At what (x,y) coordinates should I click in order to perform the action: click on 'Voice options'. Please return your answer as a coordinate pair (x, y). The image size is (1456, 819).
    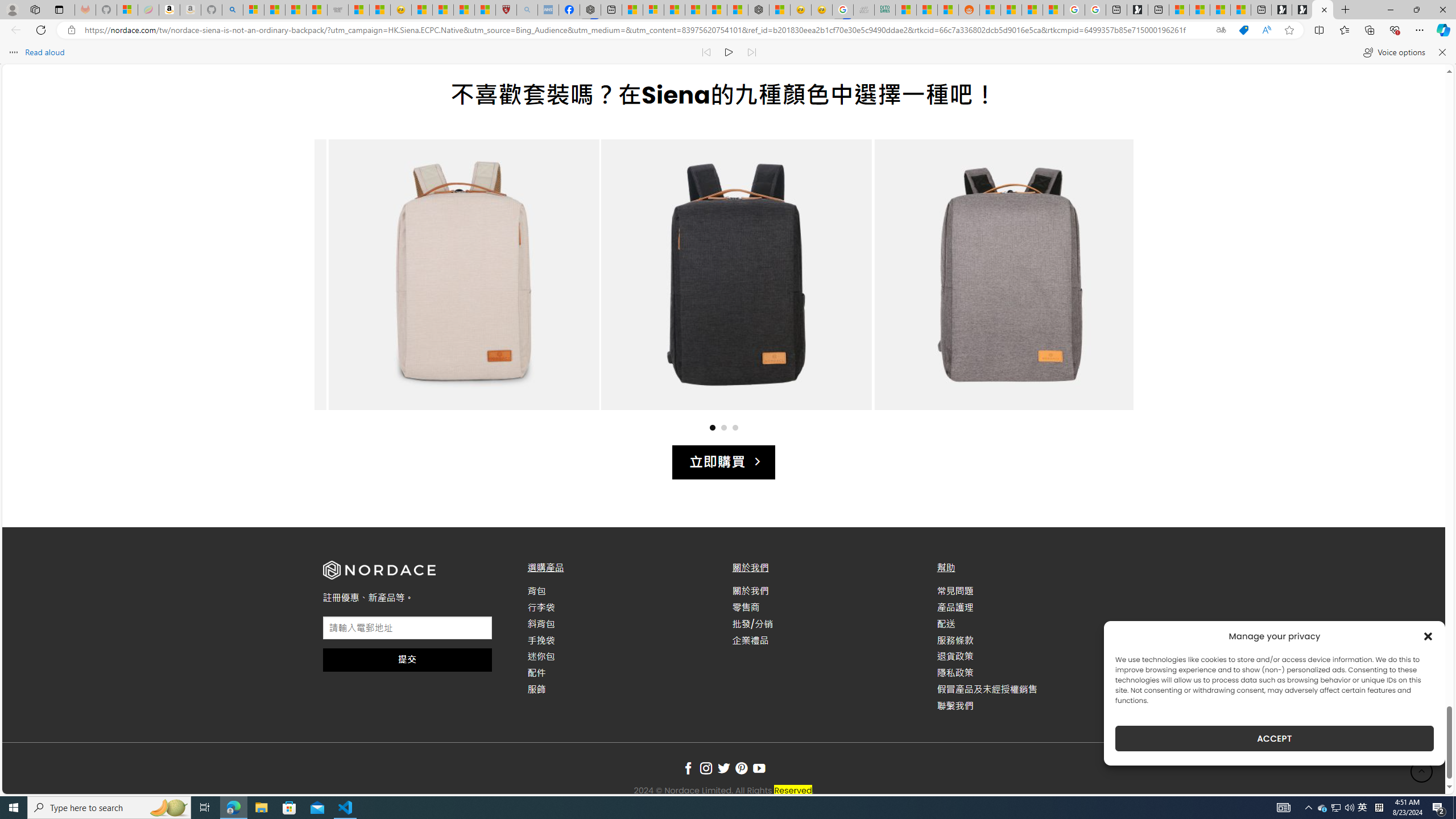
    Looking at the image, I should click on (1393, 52).